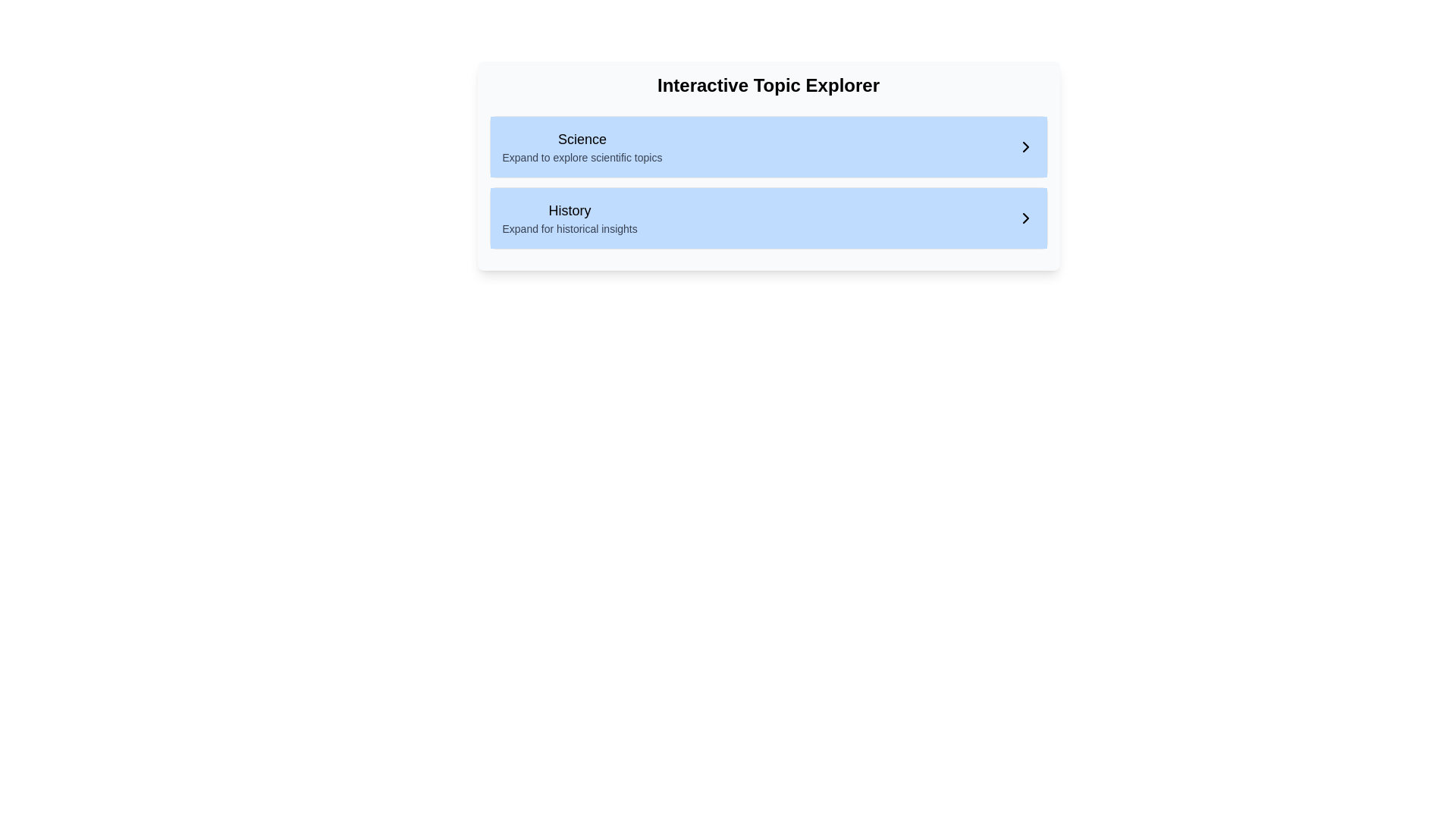 Image resolution: width=1456 pixels, height=819 pixels. Describe the element at coordinates (1025, 146) in the screenshot. I see `keyboard navigation` at that location.